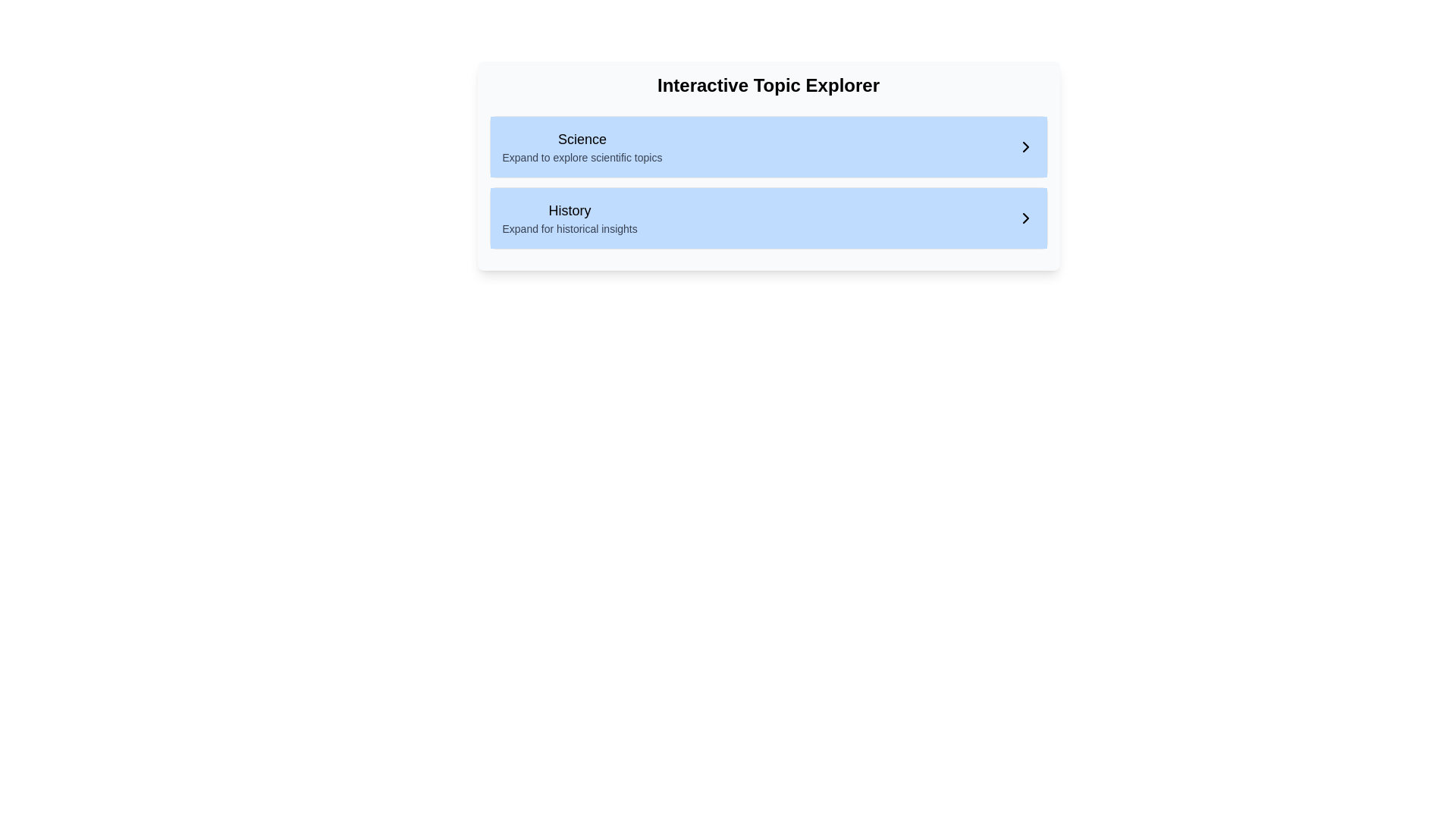 Image resolution: width=1456 pixels, height=819 pixels. Describe the element at coordinates (1025, 146) in the screenshot. I see `keyboard navigation` at that location.